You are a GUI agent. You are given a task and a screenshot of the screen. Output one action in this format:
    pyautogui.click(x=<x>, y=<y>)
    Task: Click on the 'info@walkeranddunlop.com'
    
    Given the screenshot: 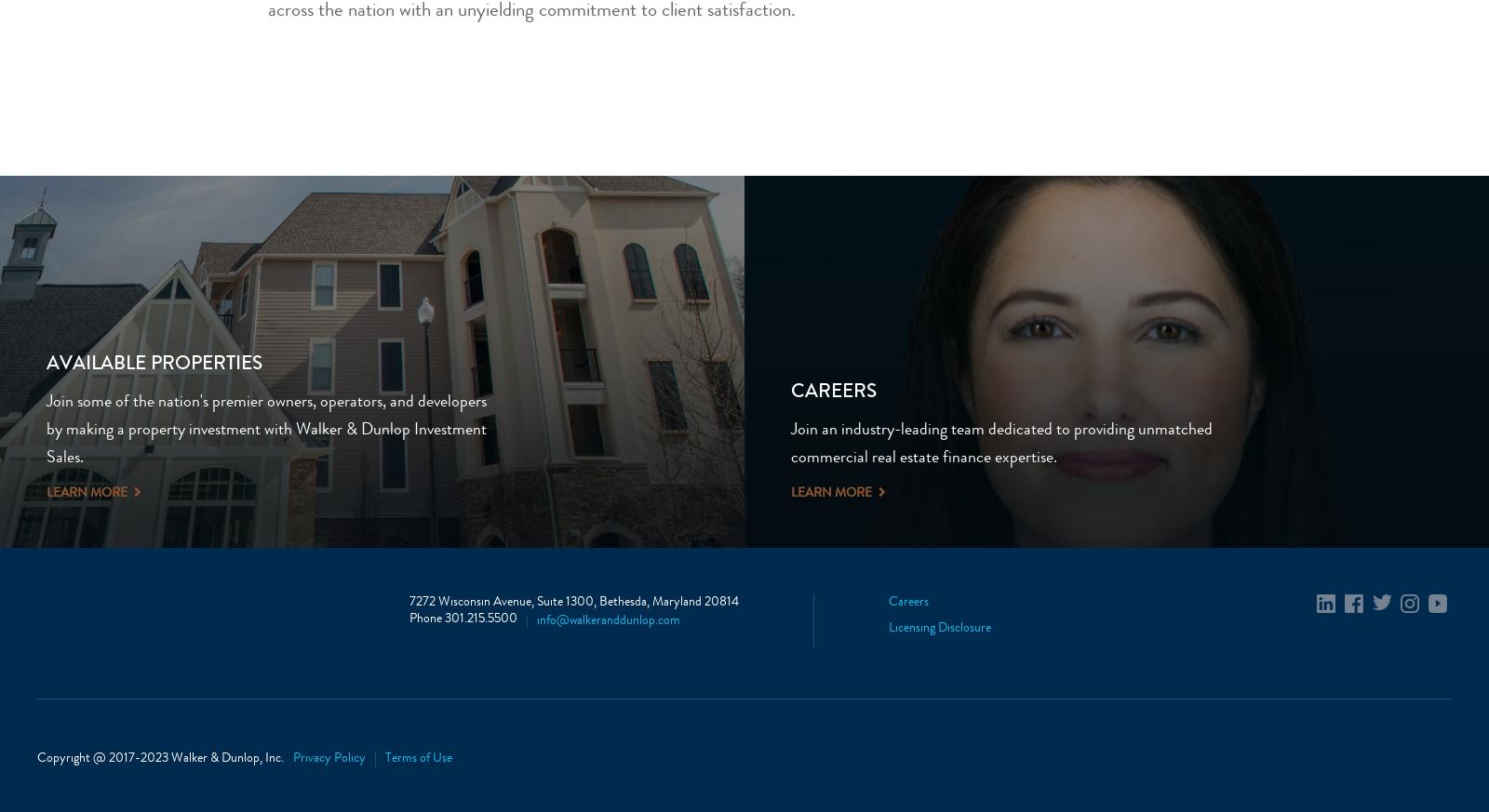 What is the action you would take?
    pyautogui.click(x=608, y=621)
    